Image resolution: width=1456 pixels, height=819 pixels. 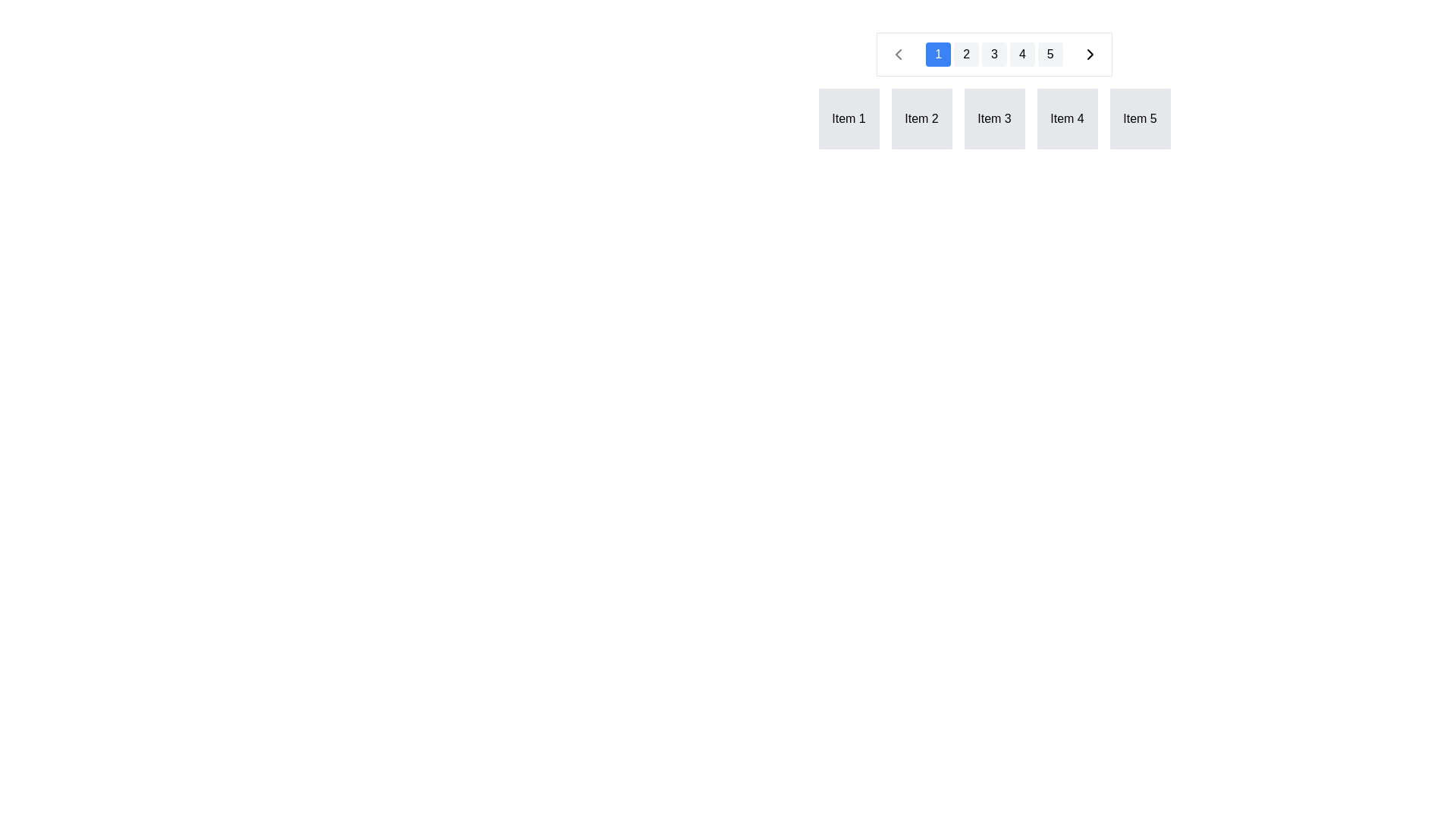 What do you see at coordinates (965, 54) in the screenshot?
I see `the pagination button labeled '2' with a gray background` at bounding box center [965, 54].